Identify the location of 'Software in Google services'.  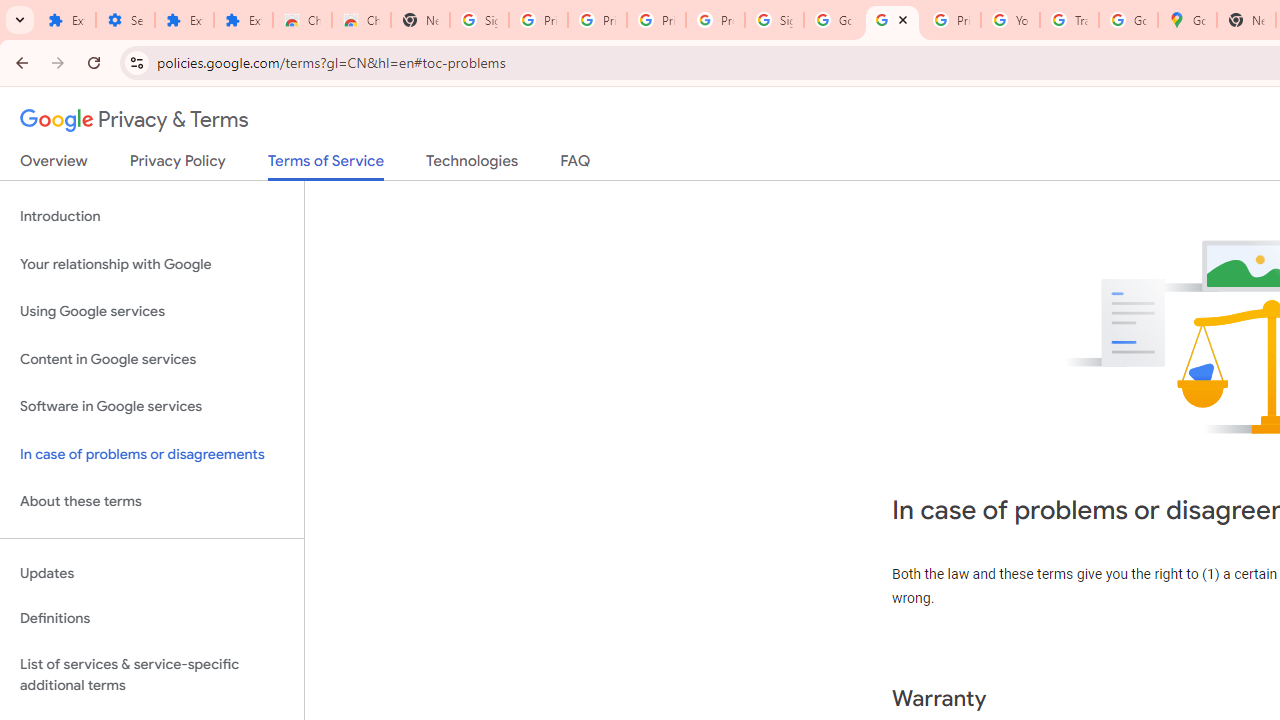
(151, 406).